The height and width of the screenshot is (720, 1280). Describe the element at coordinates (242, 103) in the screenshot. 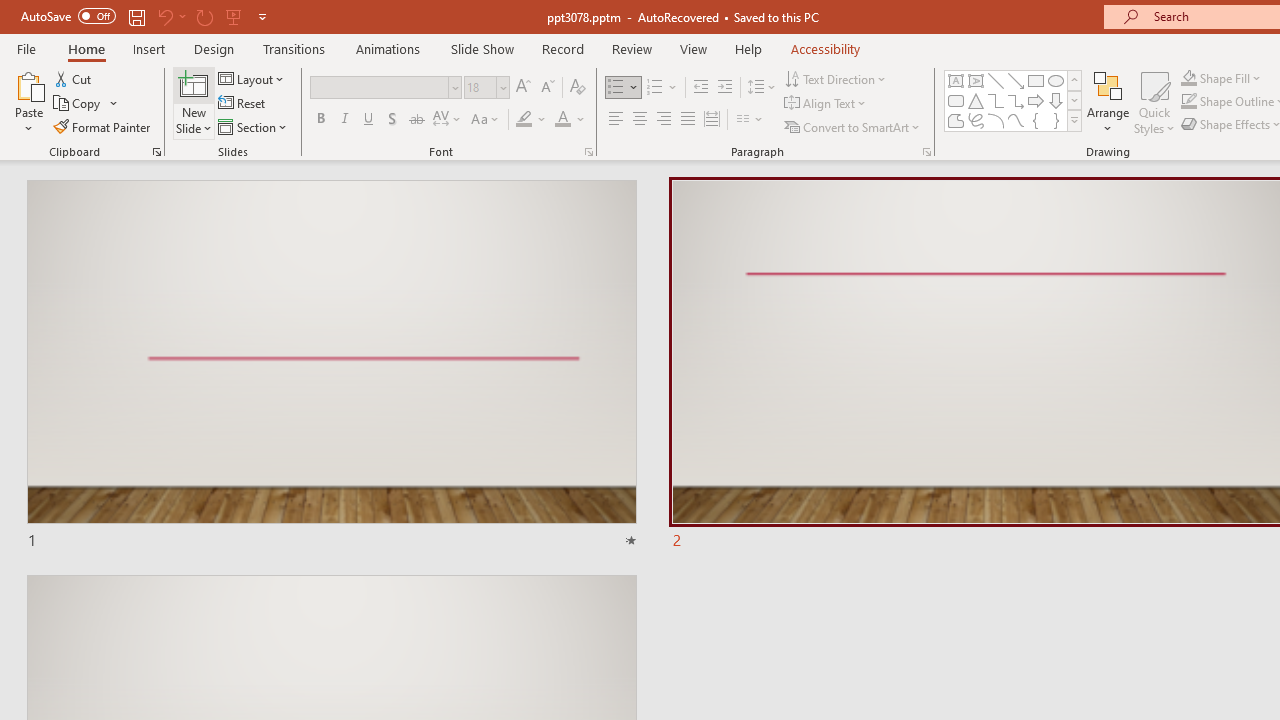

I see `'Reset'` at that location.